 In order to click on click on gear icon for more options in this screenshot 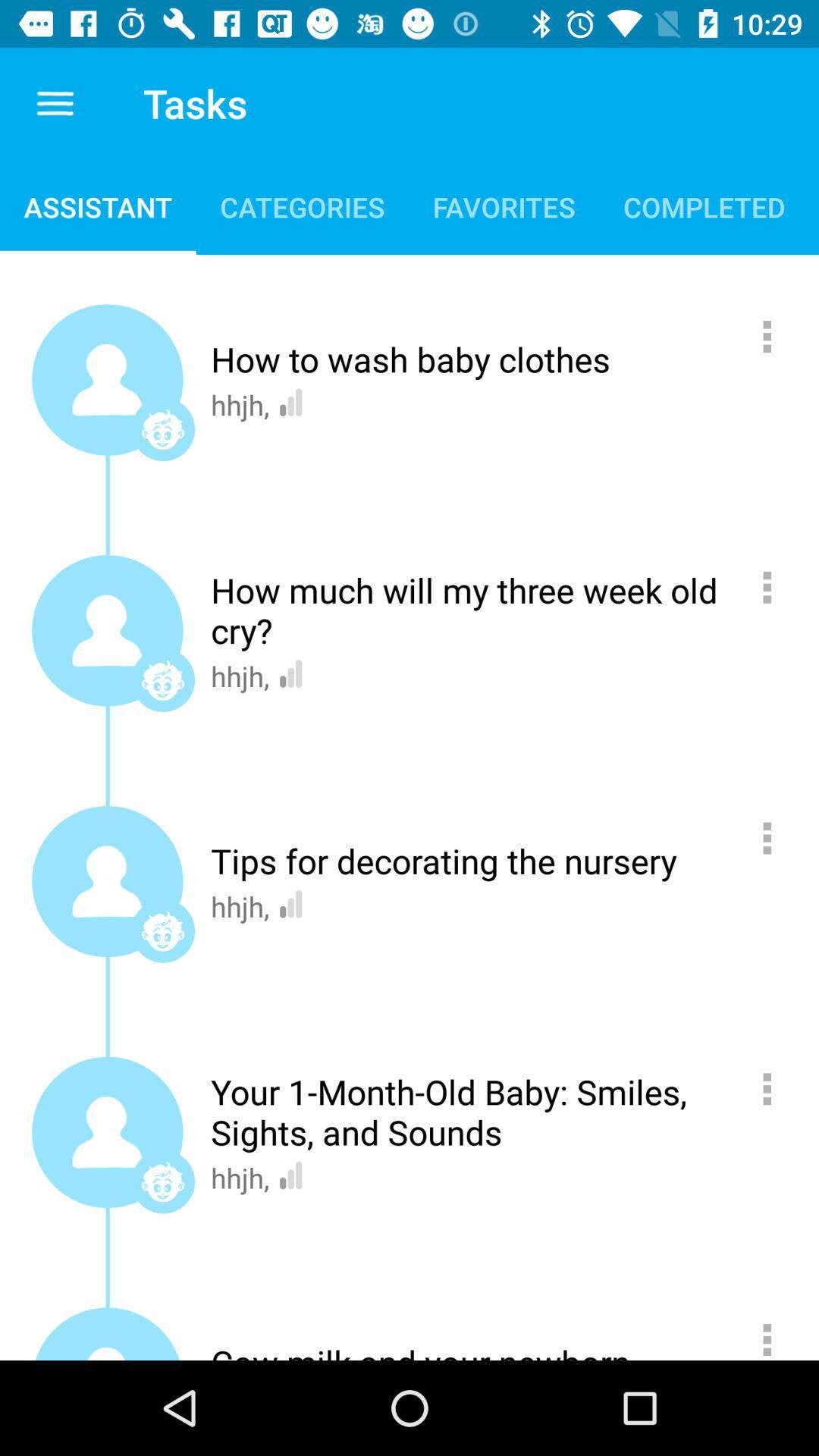, I will do `click(775, 1333)`.